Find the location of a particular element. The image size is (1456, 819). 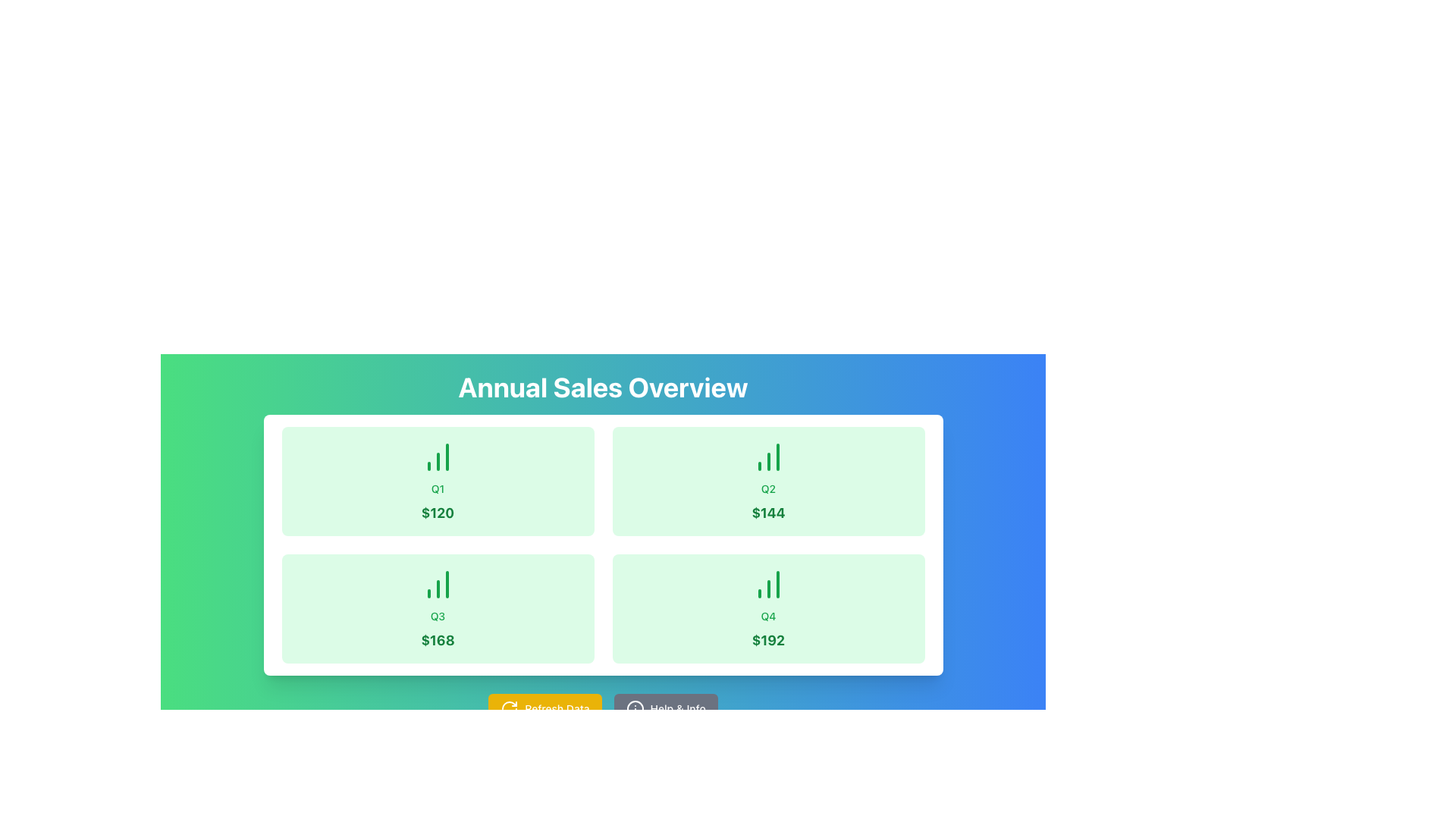

the bold green text label displaying the value '$192' located at the bottom-right quadrant of the primary group of cards is located at coordinates (768, 640).